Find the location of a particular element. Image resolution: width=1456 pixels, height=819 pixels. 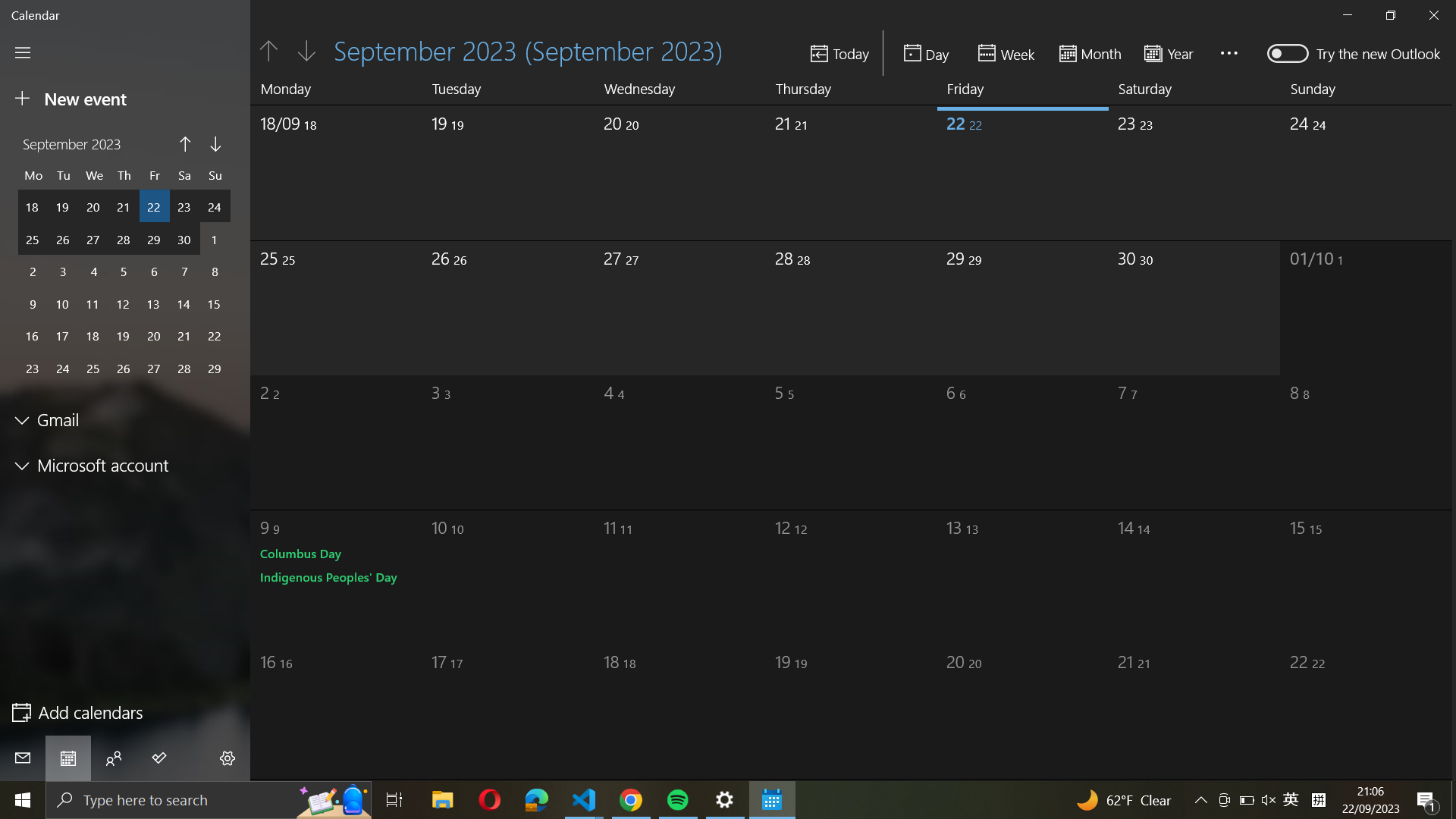

the final day of September is located at coordinates (1195, 167).